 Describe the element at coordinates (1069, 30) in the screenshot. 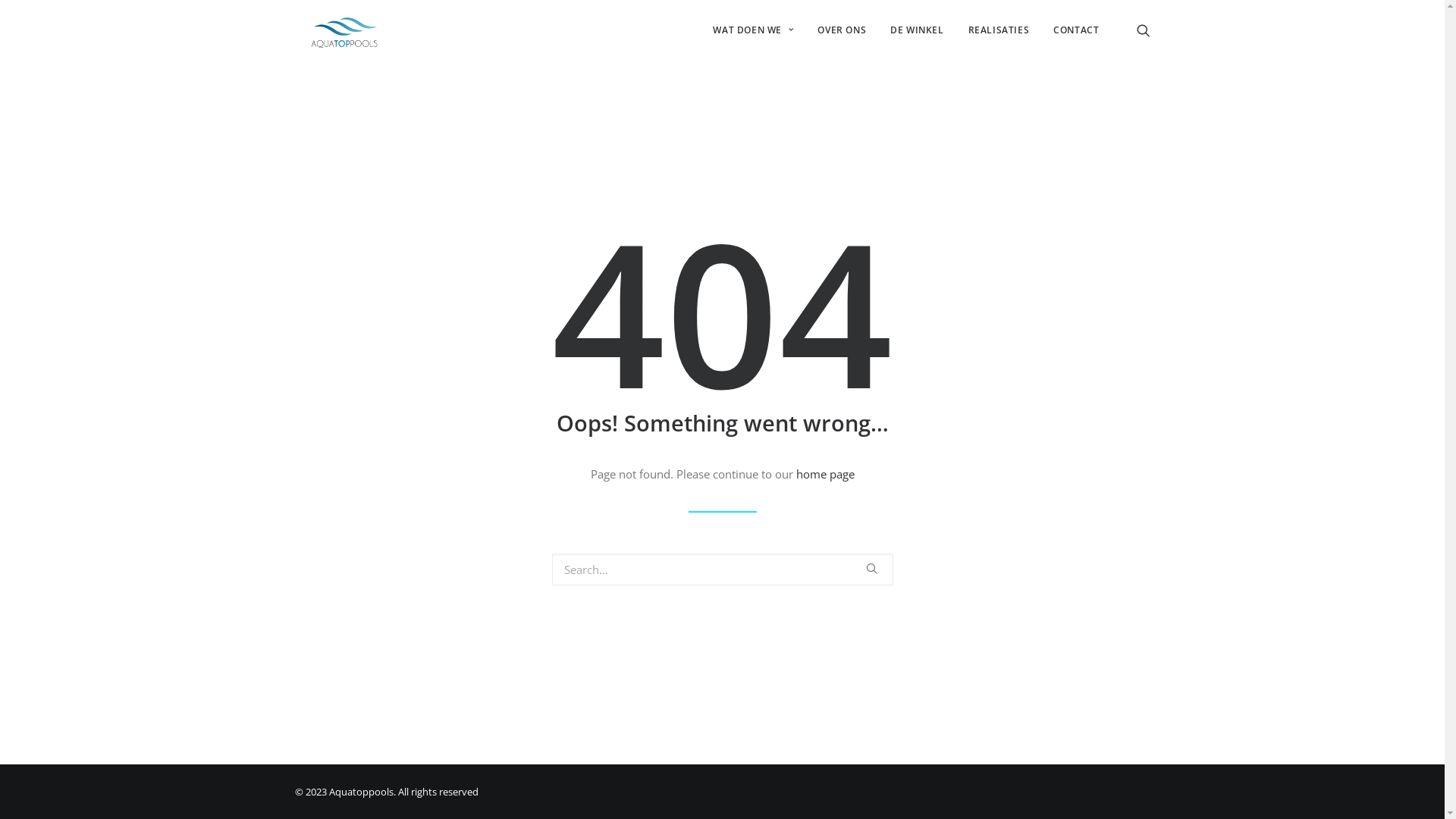

I see `'CONTACT'` at that location.